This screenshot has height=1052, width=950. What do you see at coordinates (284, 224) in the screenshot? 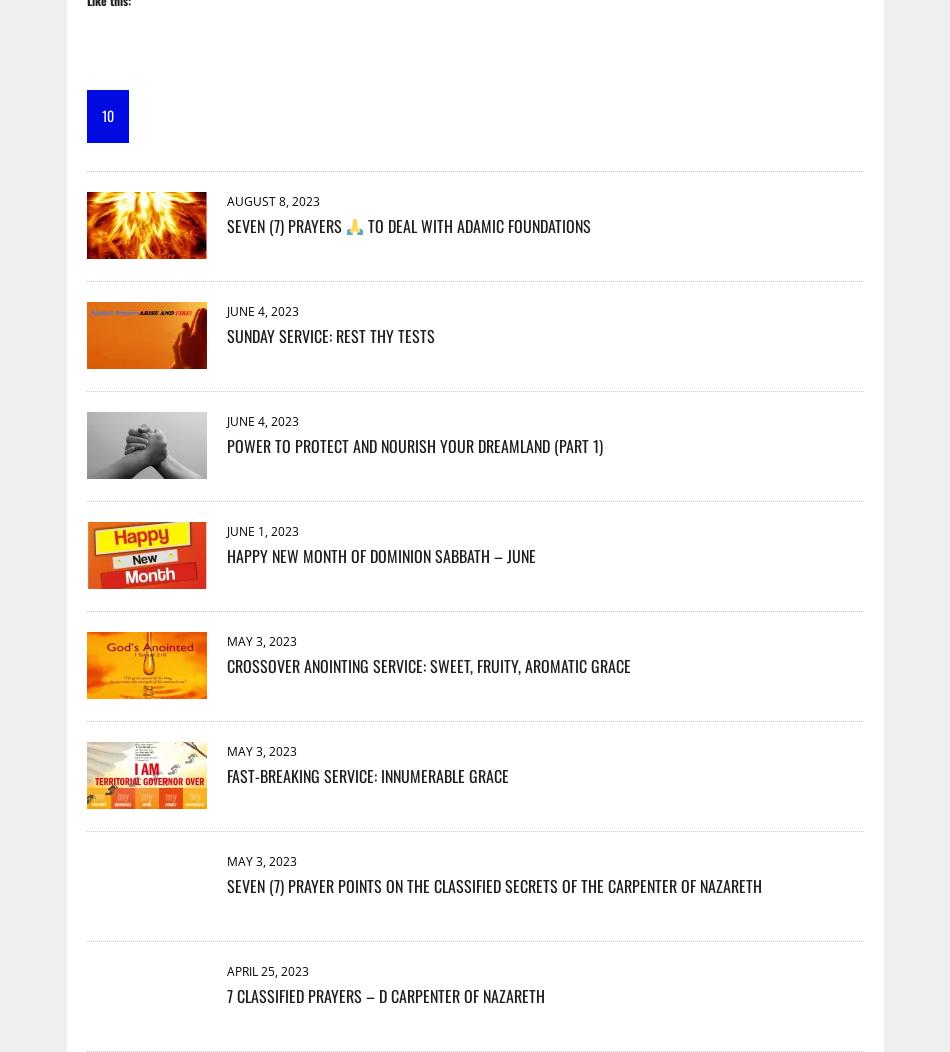
I see `'SEVEN (7) PRAYERS'` at bounding box center [284, 224].